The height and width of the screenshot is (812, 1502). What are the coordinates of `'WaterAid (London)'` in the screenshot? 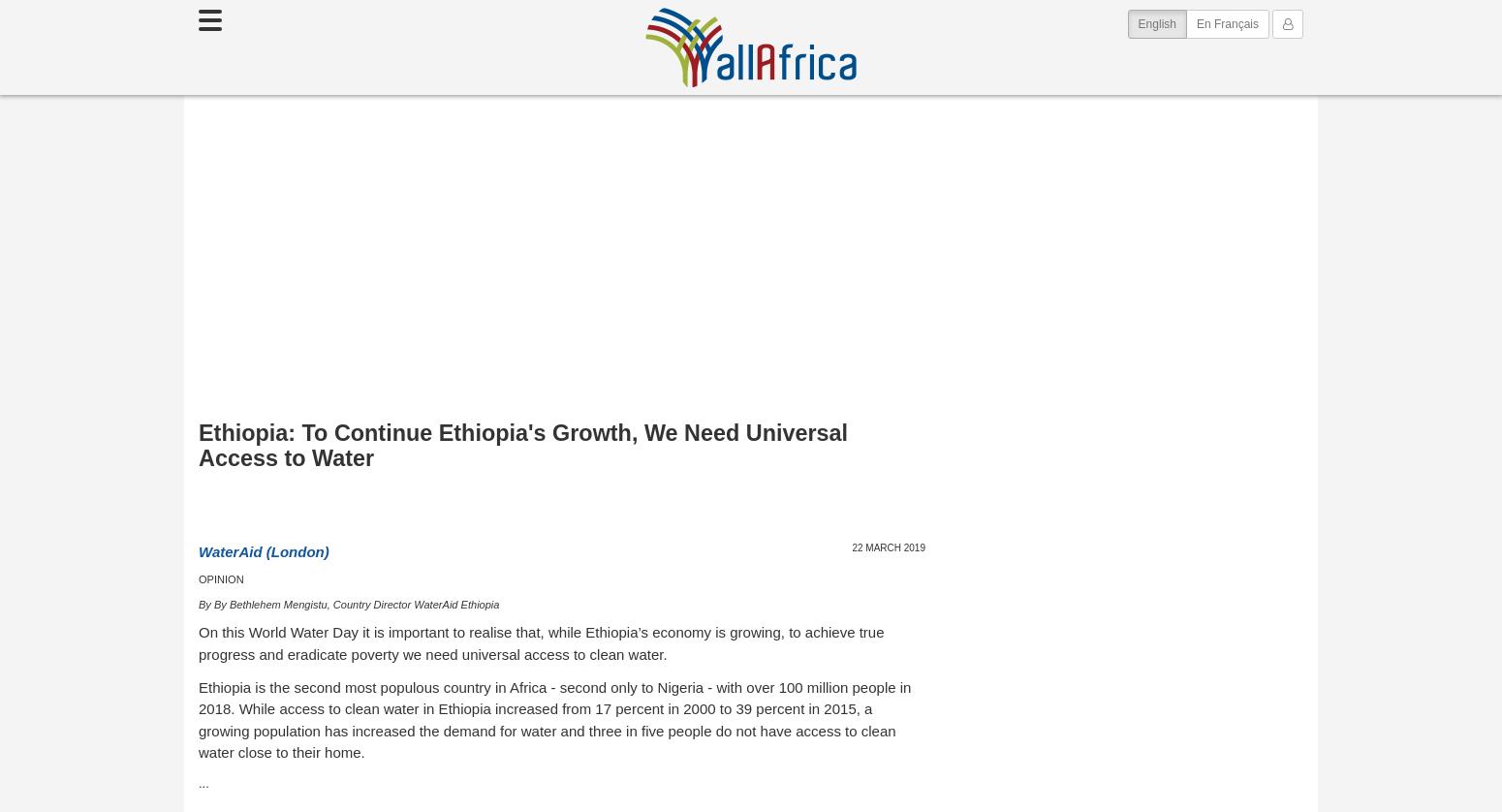 It's located at (264, 551).